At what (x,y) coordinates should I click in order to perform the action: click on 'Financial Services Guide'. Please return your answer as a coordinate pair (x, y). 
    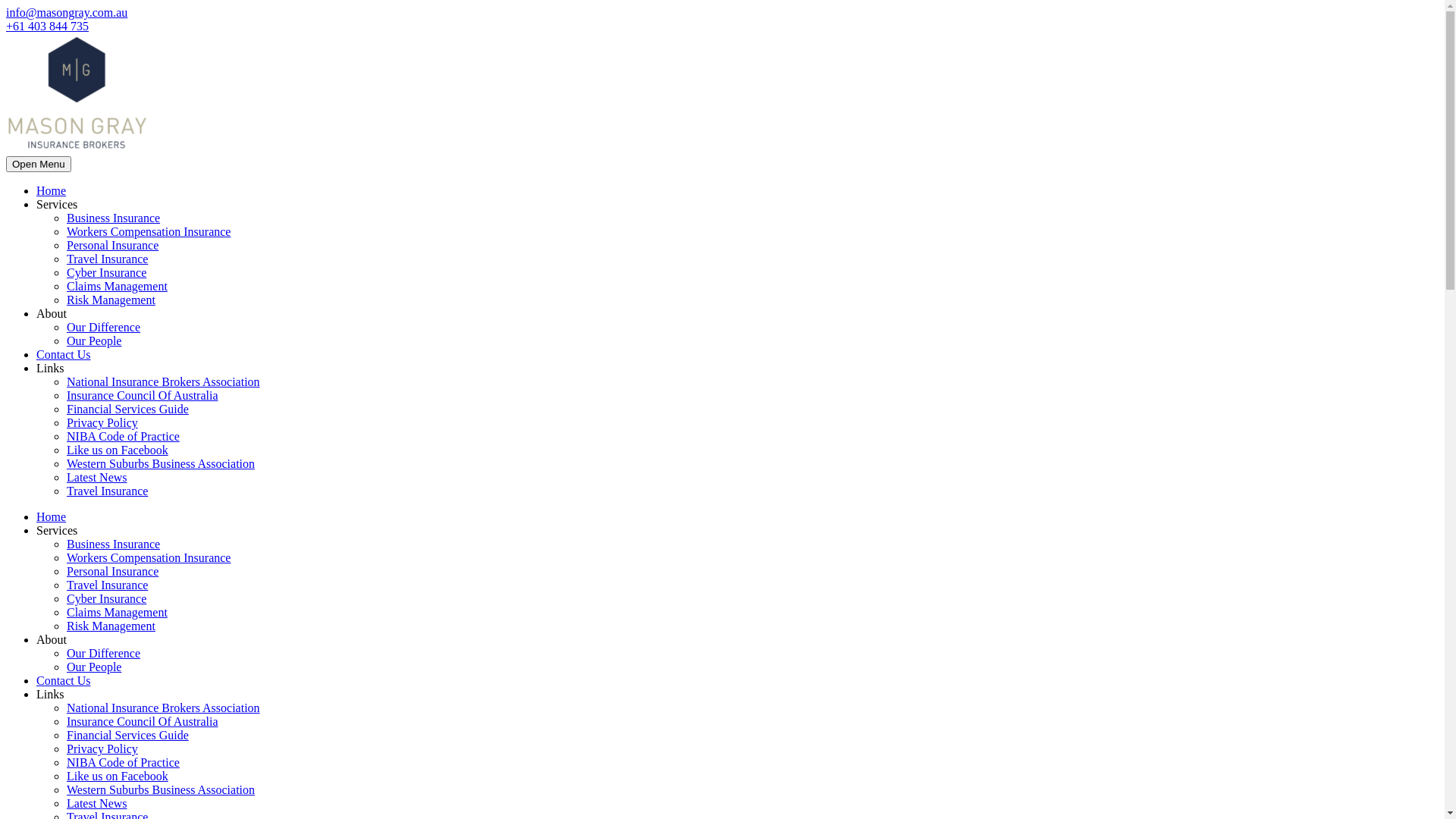
    Looking at the image, I should click on (127, 734).